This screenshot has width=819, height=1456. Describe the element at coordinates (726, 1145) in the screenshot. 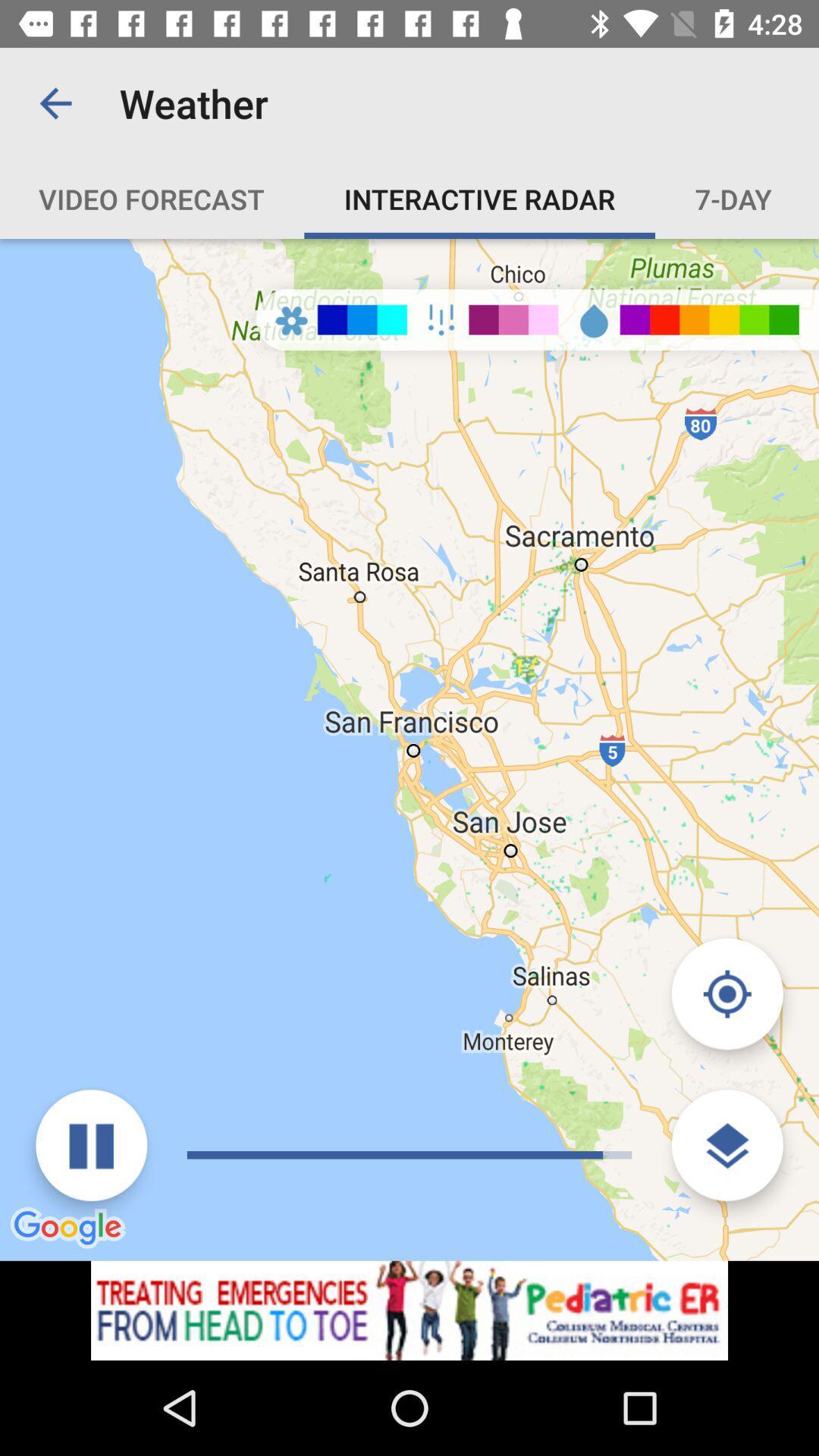

I see `change view` at that location.